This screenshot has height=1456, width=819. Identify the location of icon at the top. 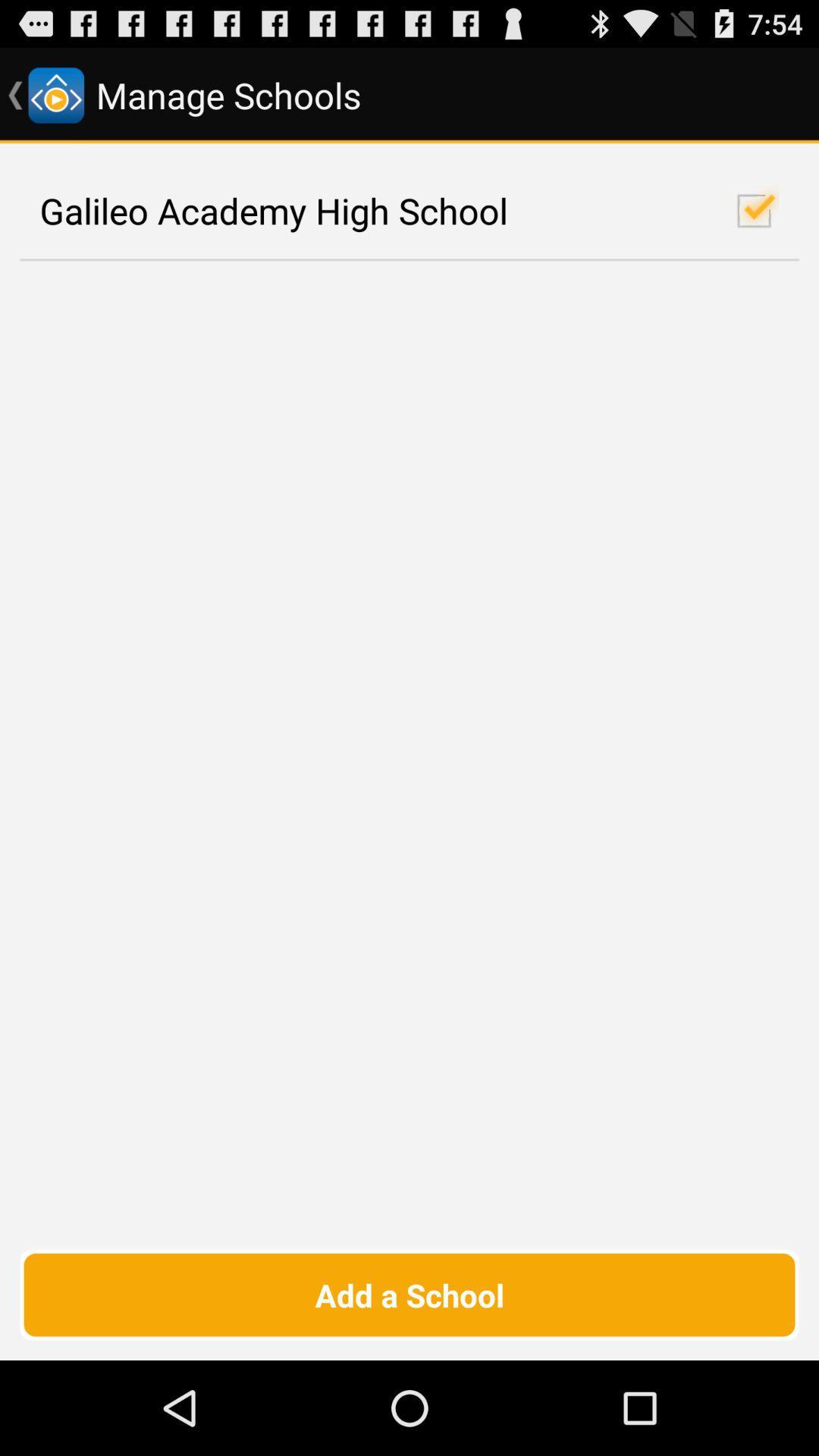
(409, 210).